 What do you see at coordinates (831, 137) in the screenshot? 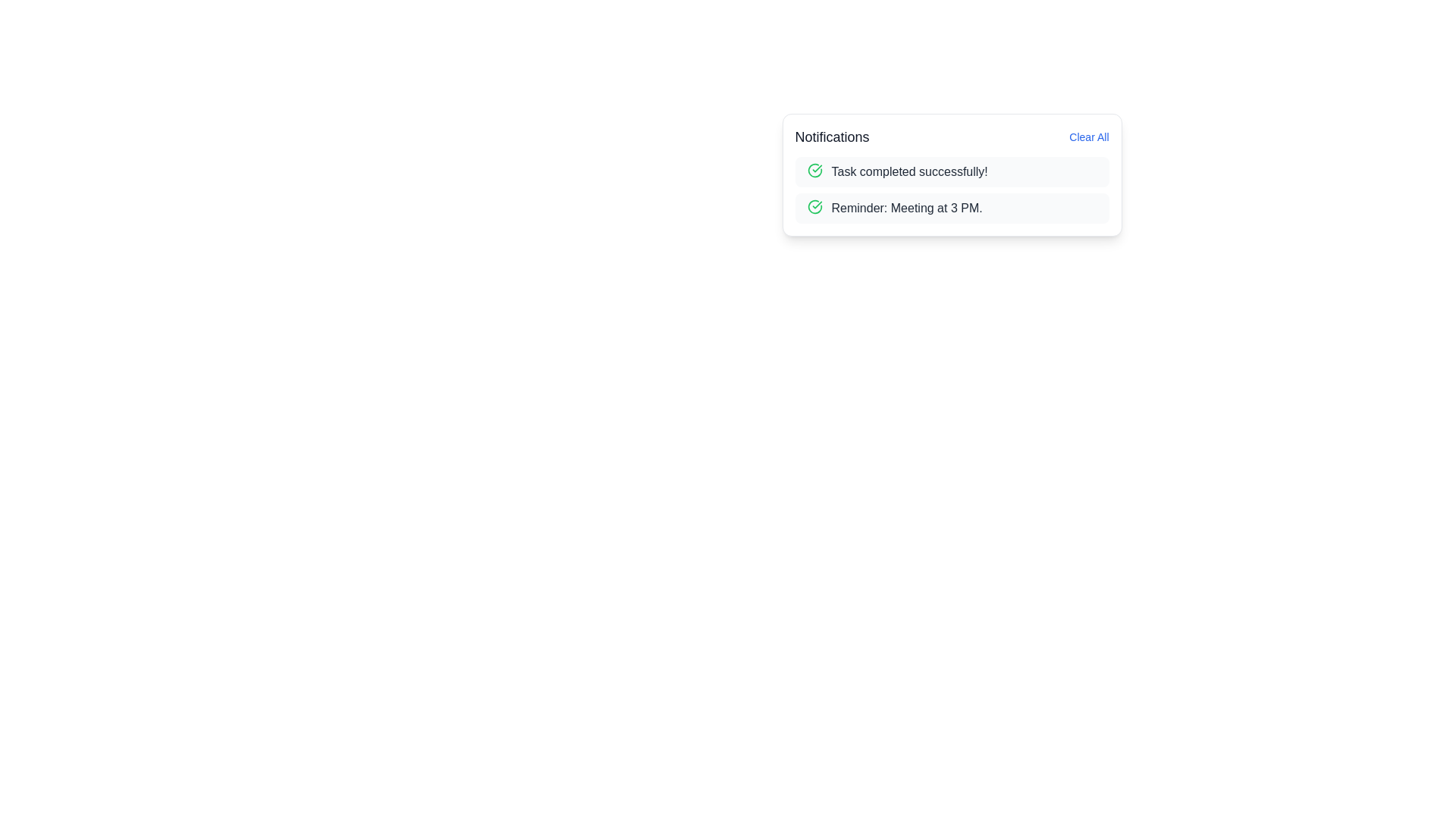
I see `the 'Notifications' text label, which is a large, bold heading in dark gray, located at the top left of the notifications area` at bounding box center [831, 137].